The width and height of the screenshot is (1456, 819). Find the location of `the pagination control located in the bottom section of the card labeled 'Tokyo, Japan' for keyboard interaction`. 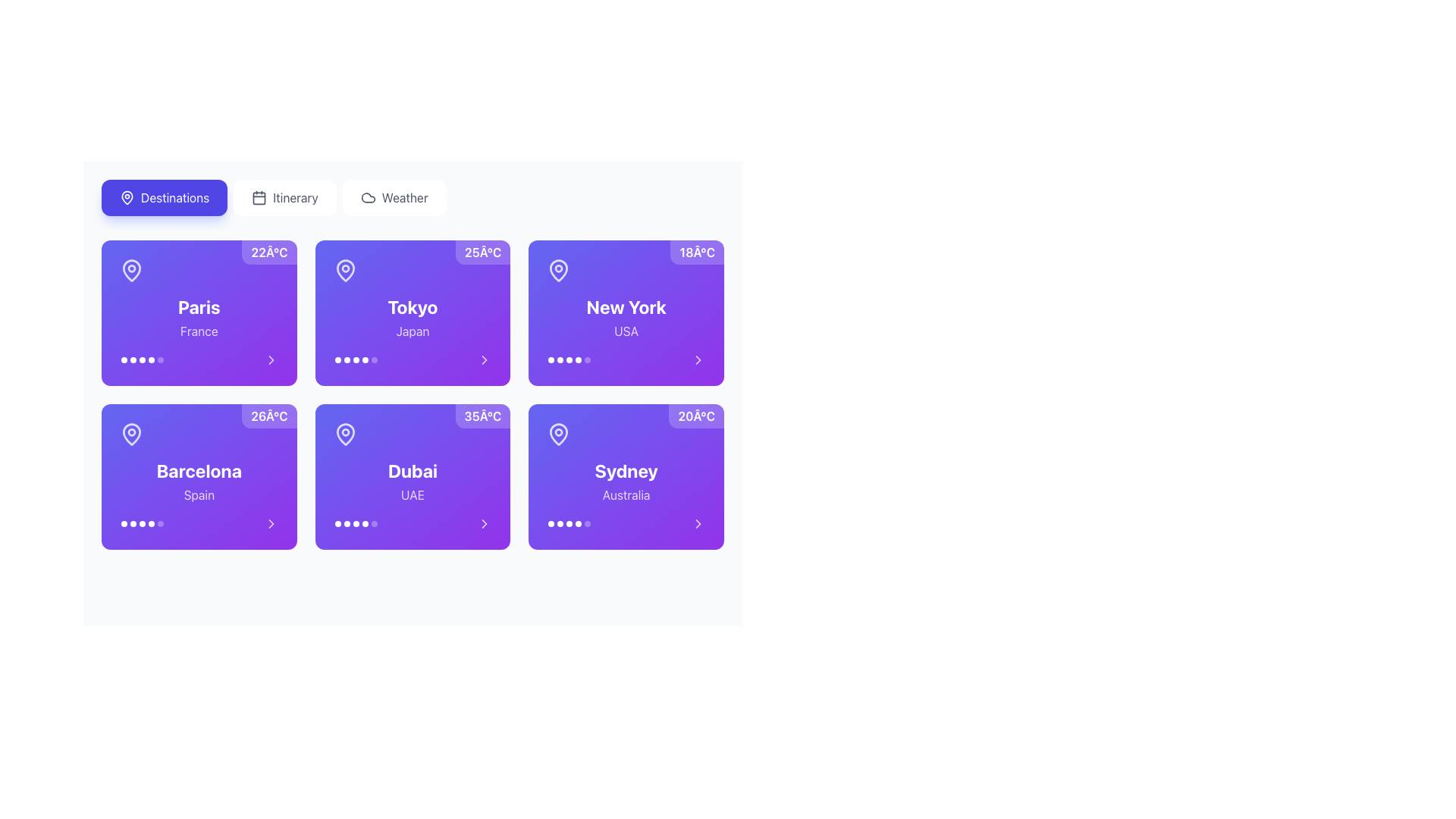

the pagination control located in the bottom section of the card labeled 'Tokyo, Japan' for keyboard interaction is located at coordinates (413, 359).